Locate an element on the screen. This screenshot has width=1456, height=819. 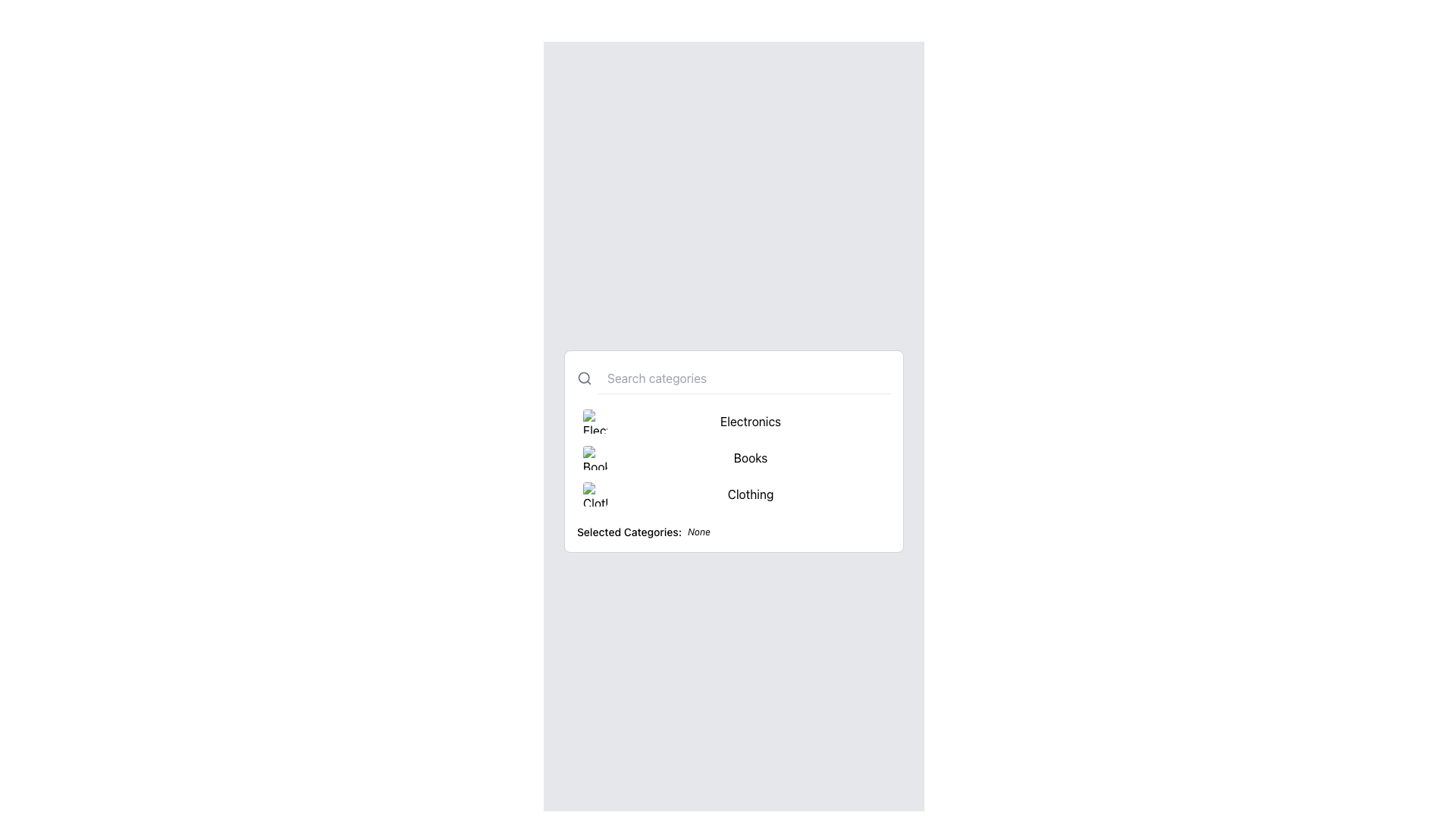
the rounded icon representing 'Clothing', which is located to the left of the text label 'Clothing' in a horizontal layout is located at coordinates (595, 494).